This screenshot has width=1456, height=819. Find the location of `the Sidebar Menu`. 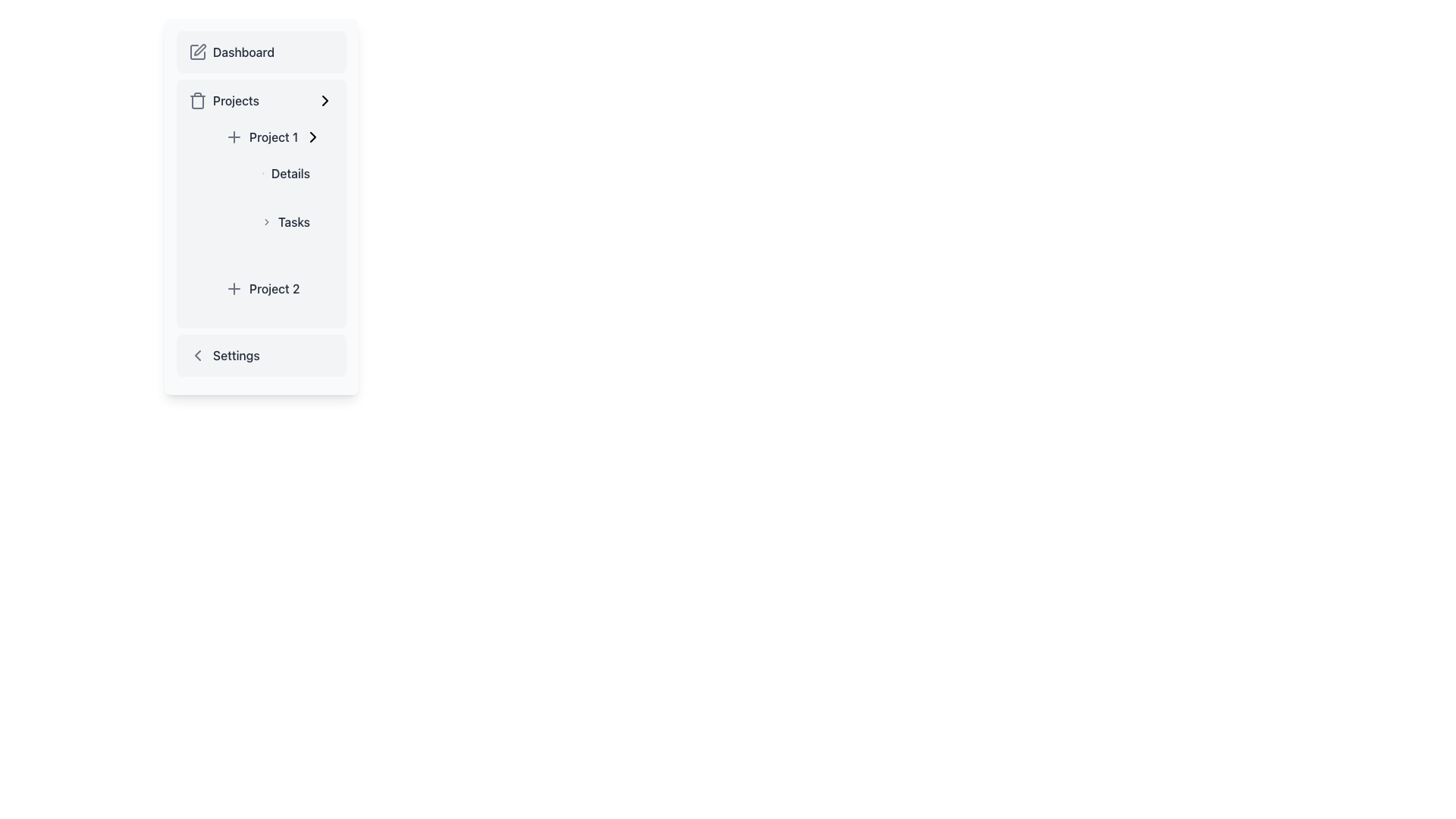

the Sidebar Menu is located at coordinates (262, 207).